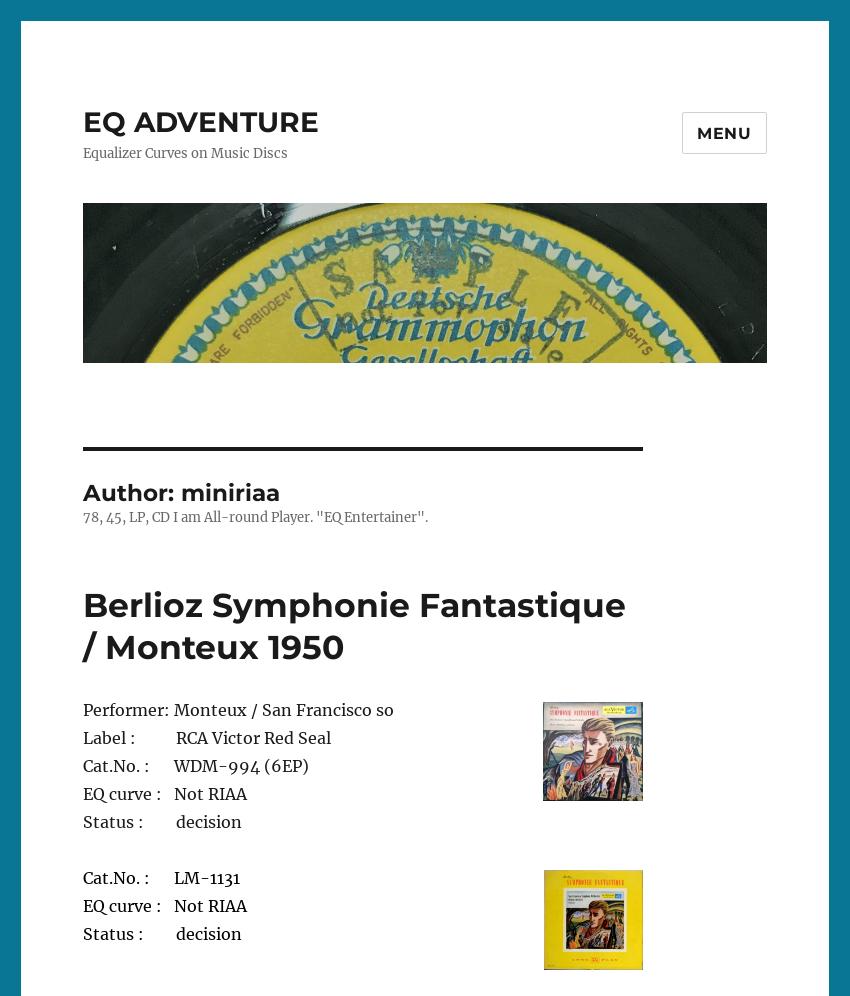  Describe the element at coordinates (161, 875) in the screenshot. I see `'Cat.No. :      LM-1131'` at that location.